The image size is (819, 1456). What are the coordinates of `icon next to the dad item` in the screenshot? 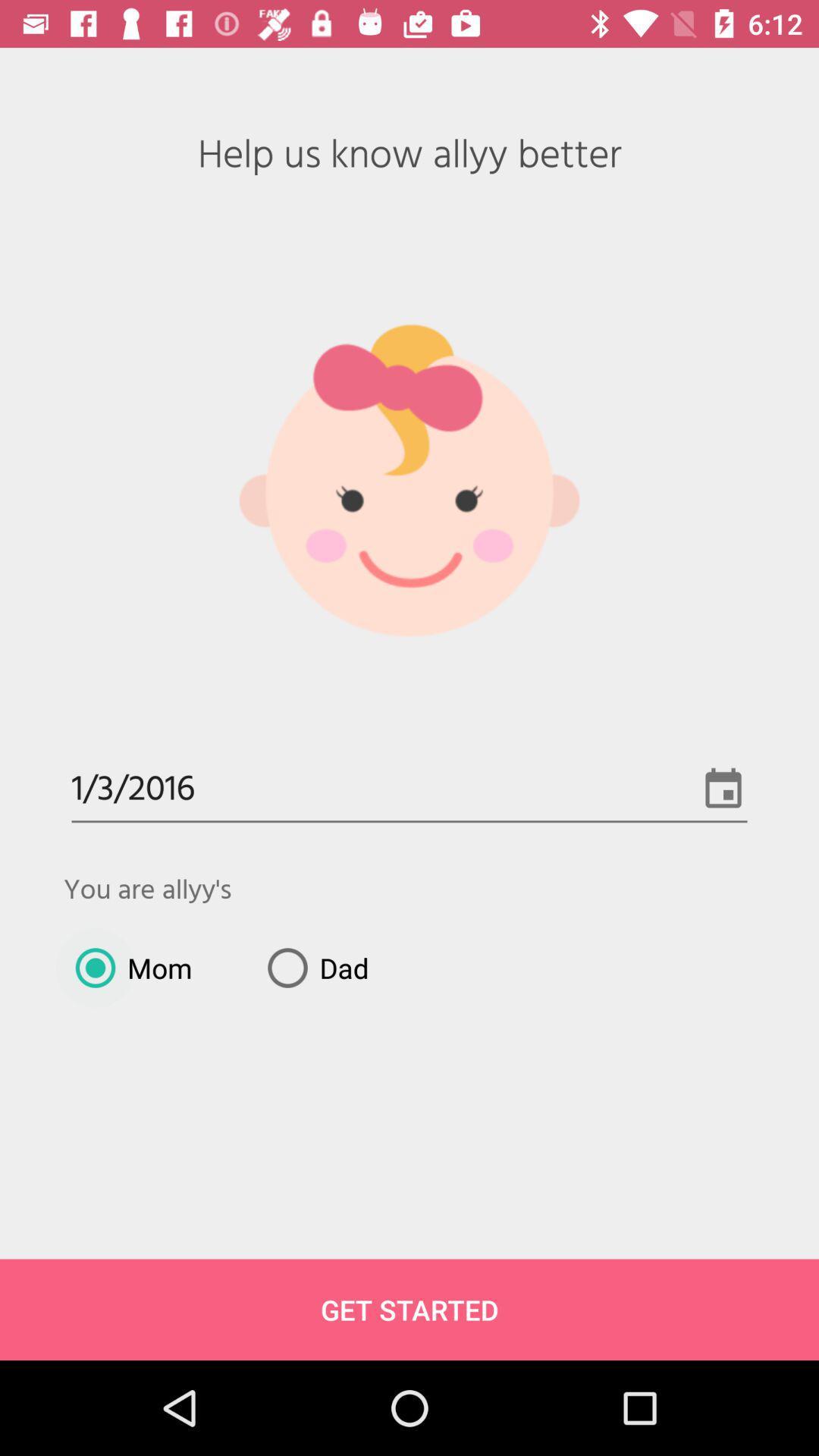 It's located at (127, 967).